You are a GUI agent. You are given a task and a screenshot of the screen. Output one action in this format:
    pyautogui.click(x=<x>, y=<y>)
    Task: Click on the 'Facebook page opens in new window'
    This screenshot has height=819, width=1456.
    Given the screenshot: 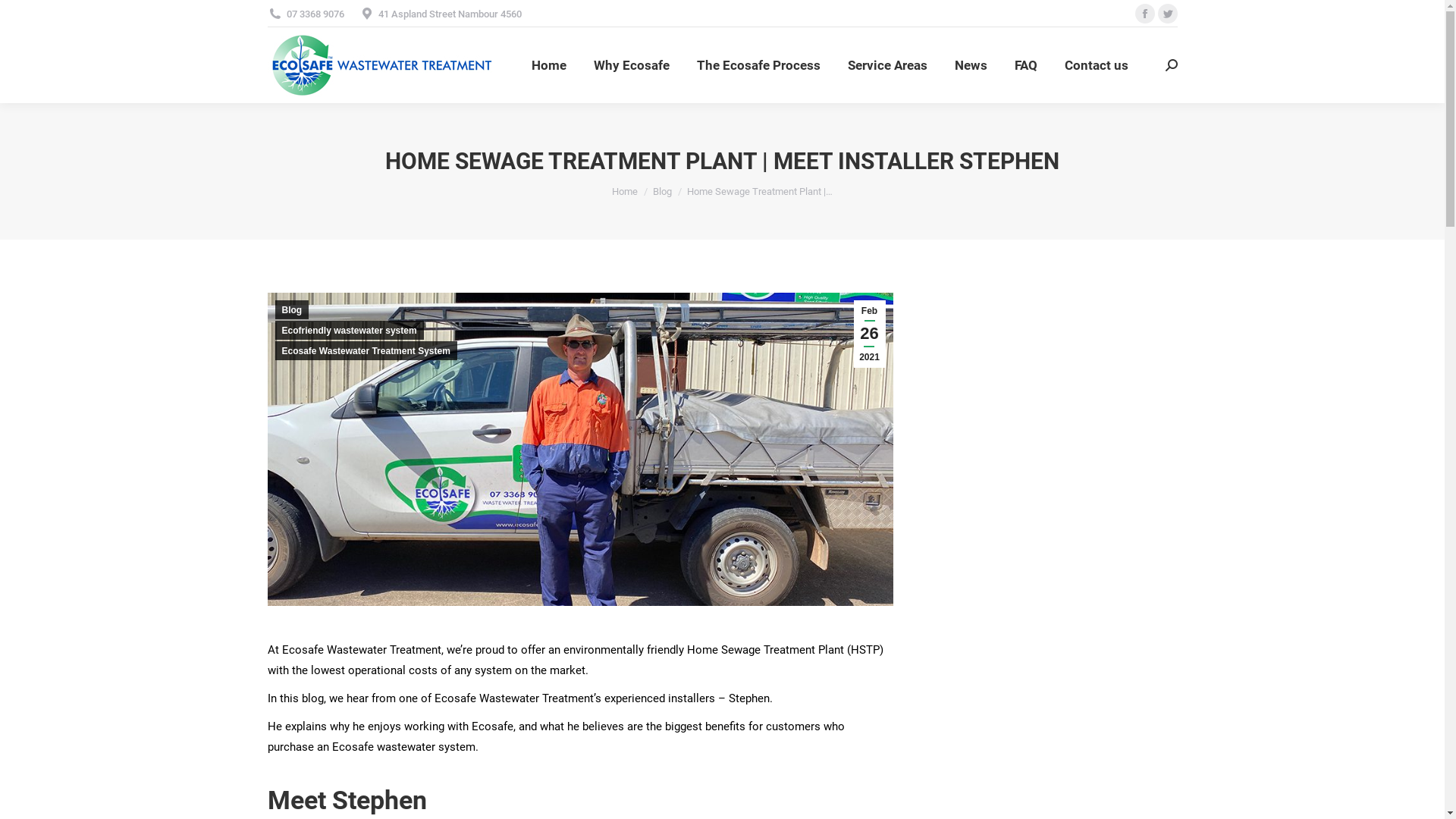 What is the action you would take?
    pyautogui.click(x=1144, y=14)
    